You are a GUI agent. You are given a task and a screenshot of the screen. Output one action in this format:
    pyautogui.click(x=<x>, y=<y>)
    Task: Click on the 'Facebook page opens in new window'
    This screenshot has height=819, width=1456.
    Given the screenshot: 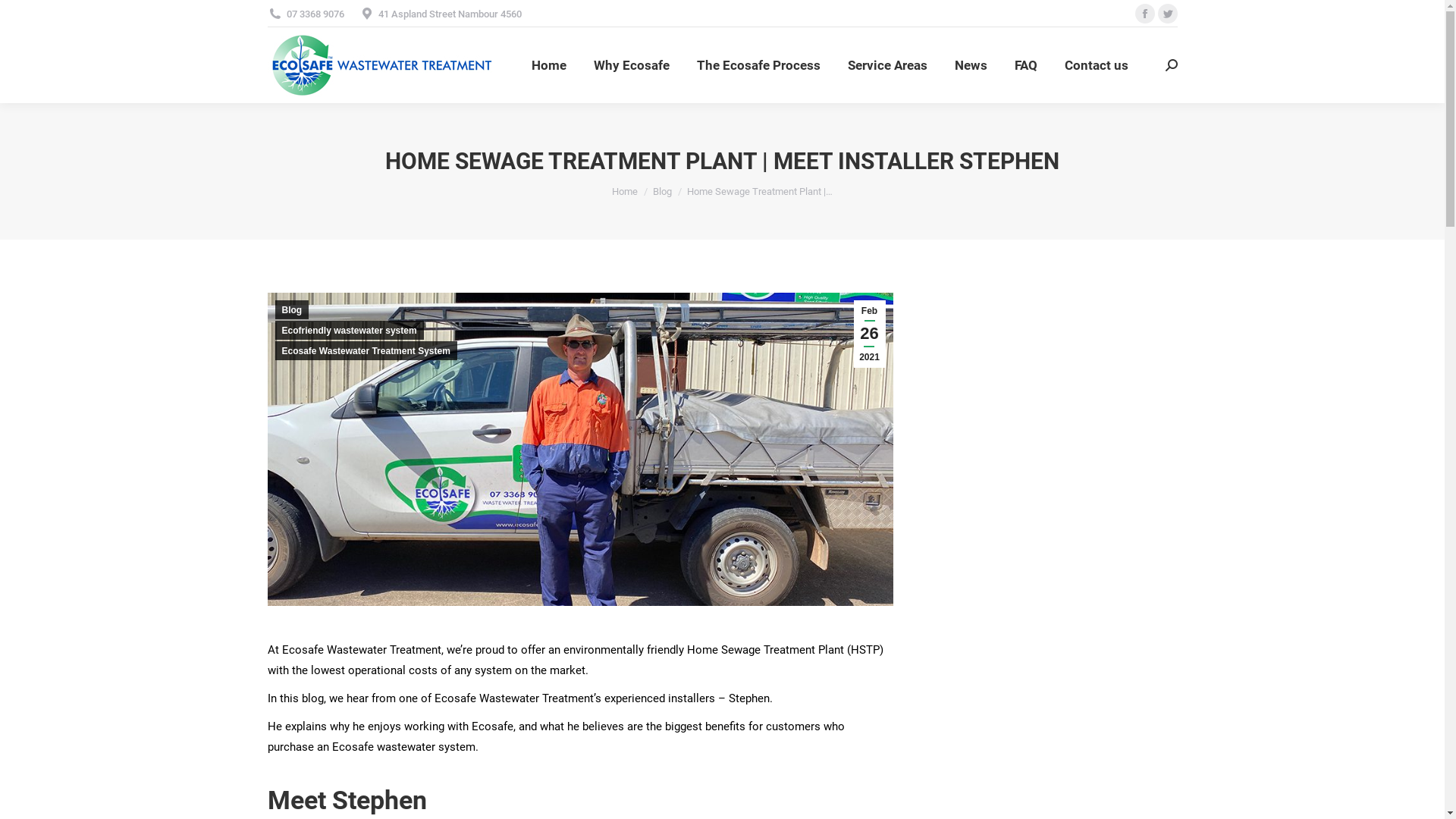 What is the action you would take?
    pyautogui.click(x=1144, y=14)
    